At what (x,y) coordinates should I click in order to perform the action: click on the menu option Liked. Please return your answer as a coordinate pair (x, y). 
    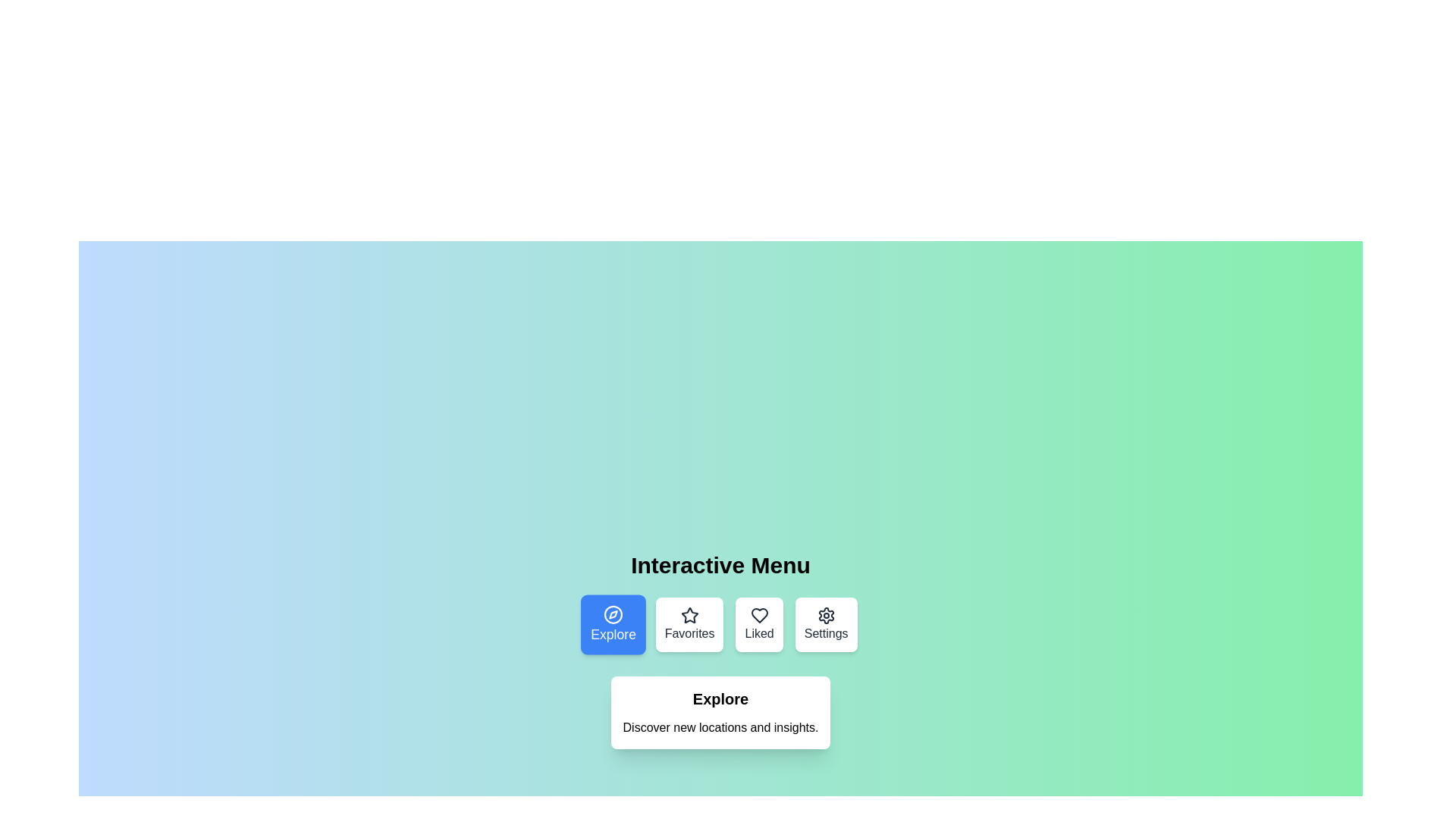
    Looking at the image, I should click on (759, 625).